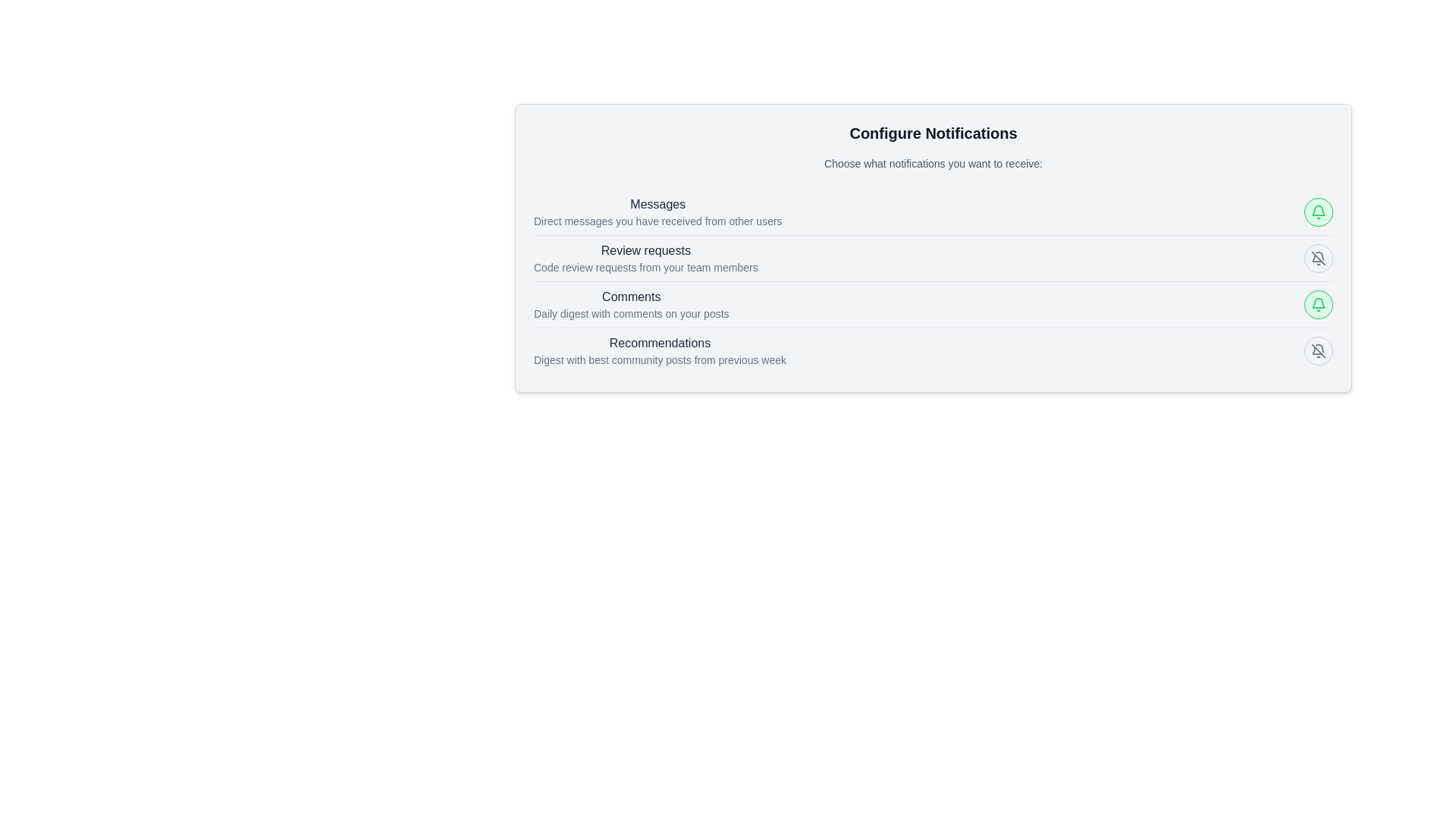 The height and width of the screenshot is (819, 1456). I want to click on the button that enables or disables notifications for the 'Recommendations' category, so click(1317, 350).